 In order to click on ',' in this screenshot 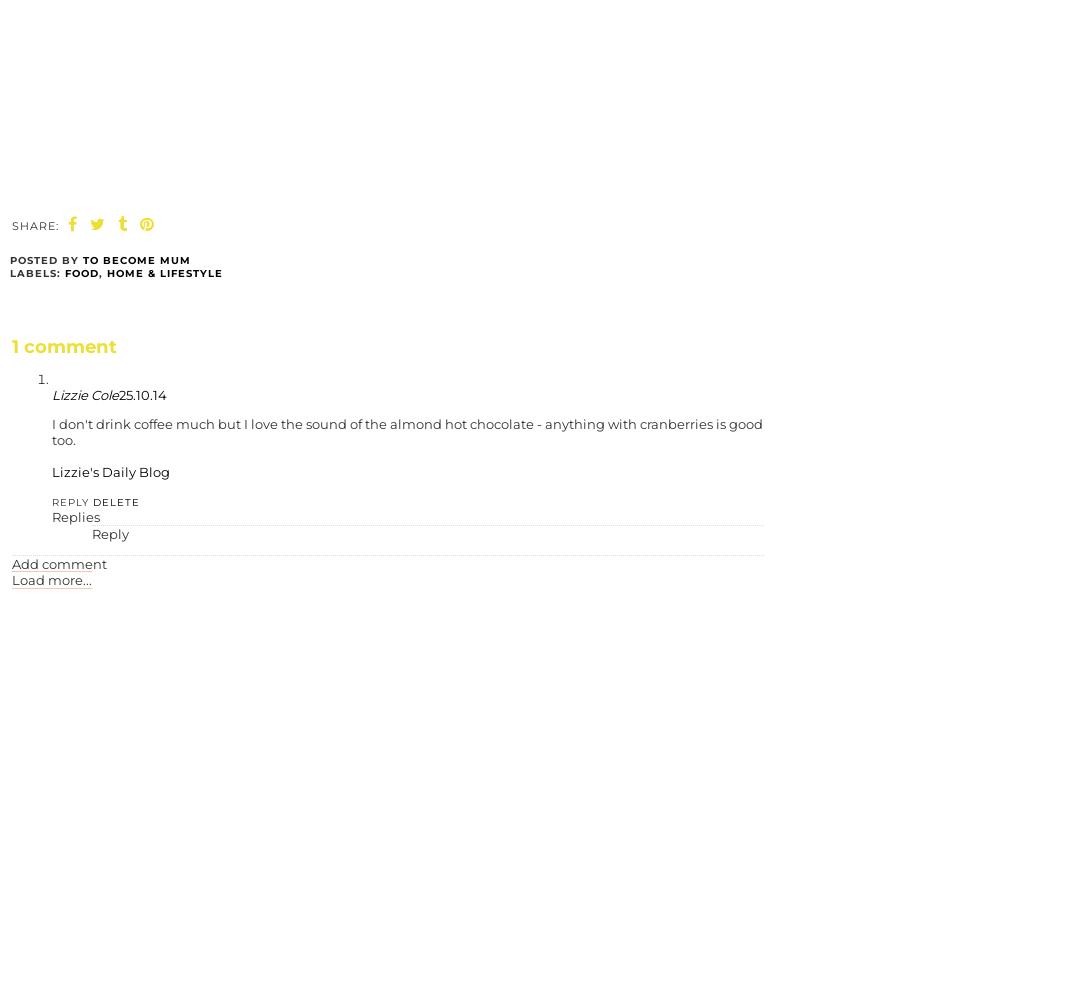, I will do `click(102, 273)`.